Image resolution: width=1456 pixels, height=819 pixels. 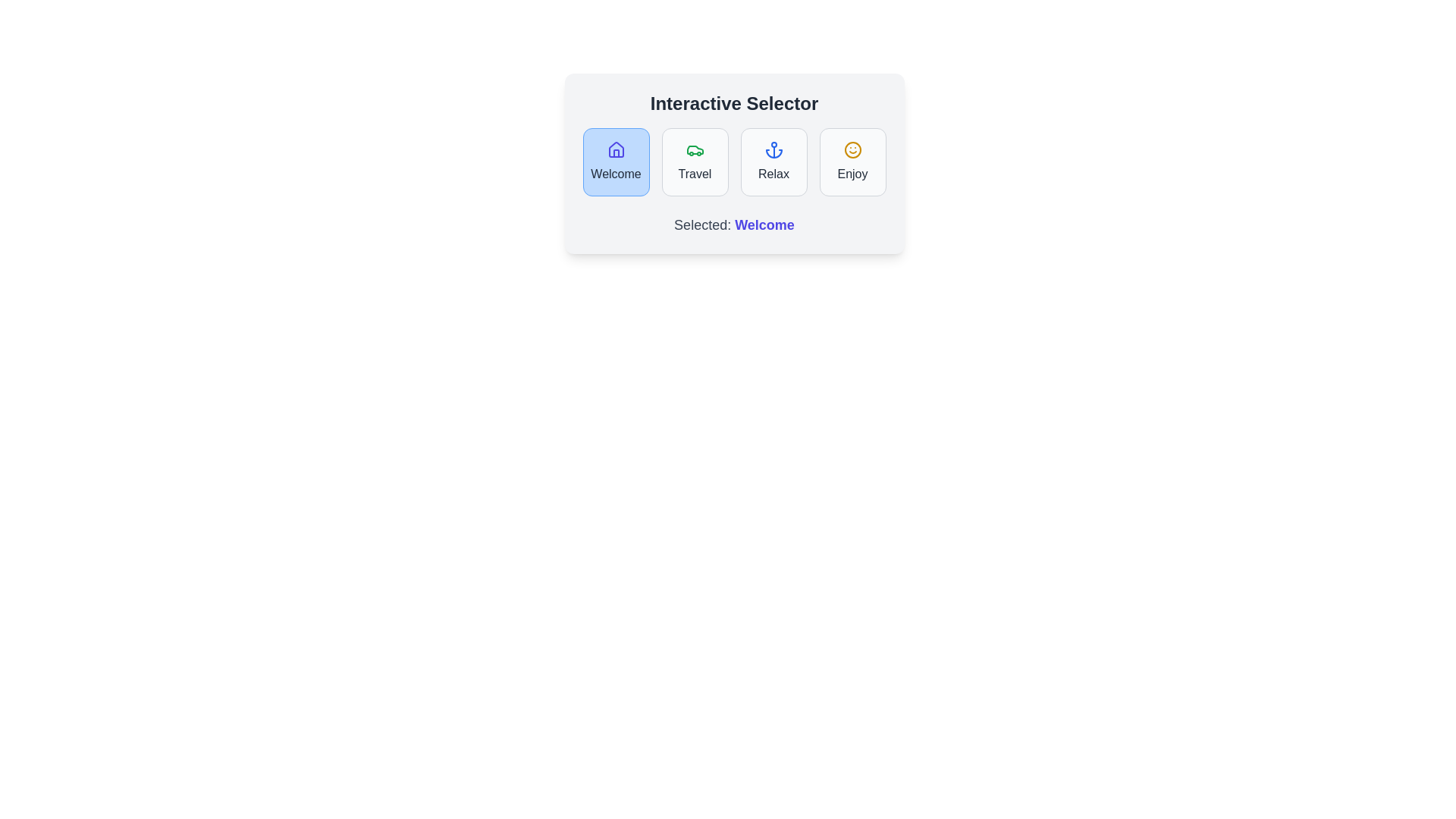 What do you see at coordinates (773, 162) in the screenshot?
I see `the 'Relax' button, which is the third button in a horizontal grid layout, featuring a blue anchor icon and bold dark gray text below it` at bounding box center [773, 162].